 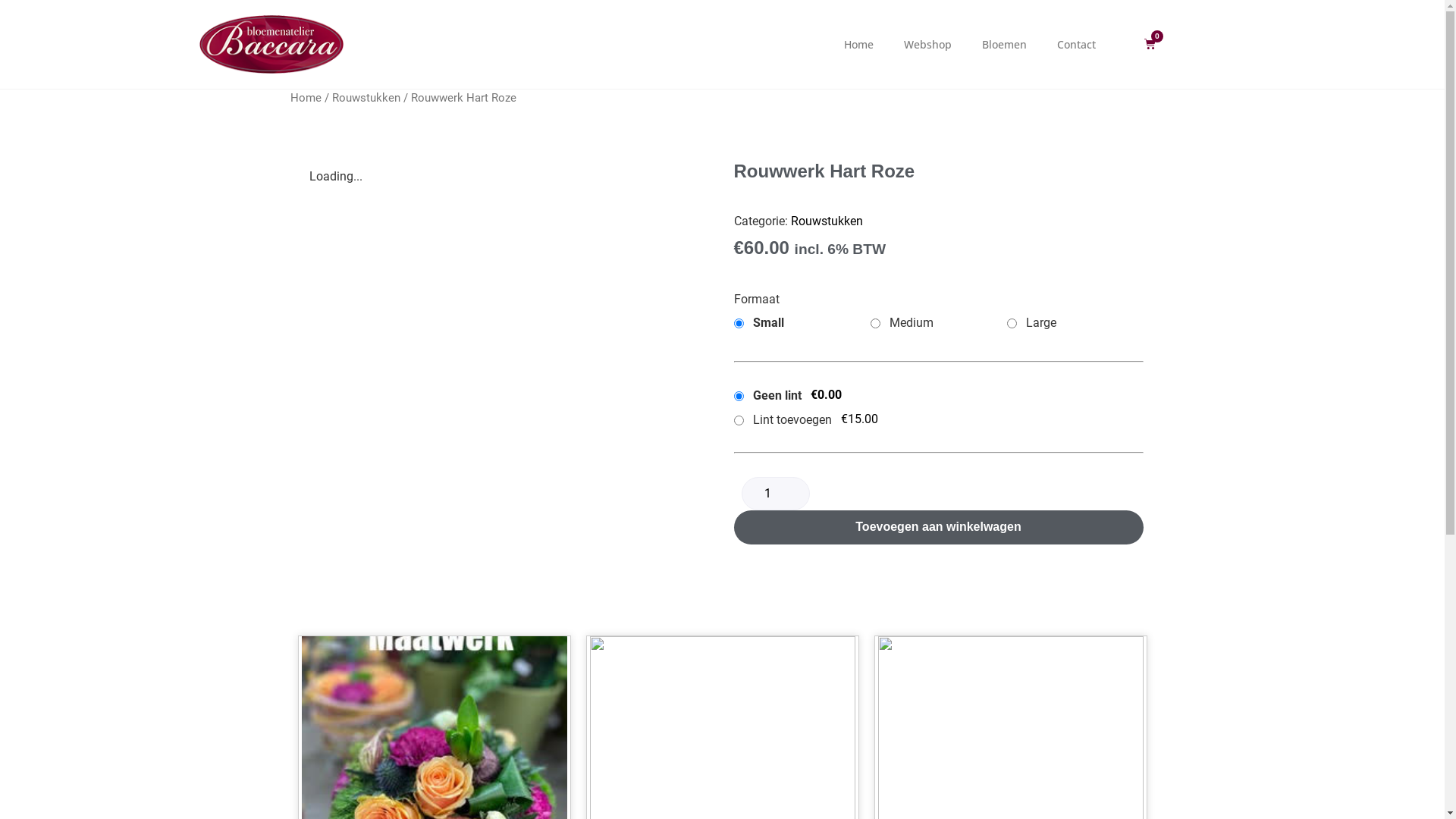 What do you see at coordinates (304, 97) in the screenshot?
I see `'Home'` at bounding box center [304, 97].